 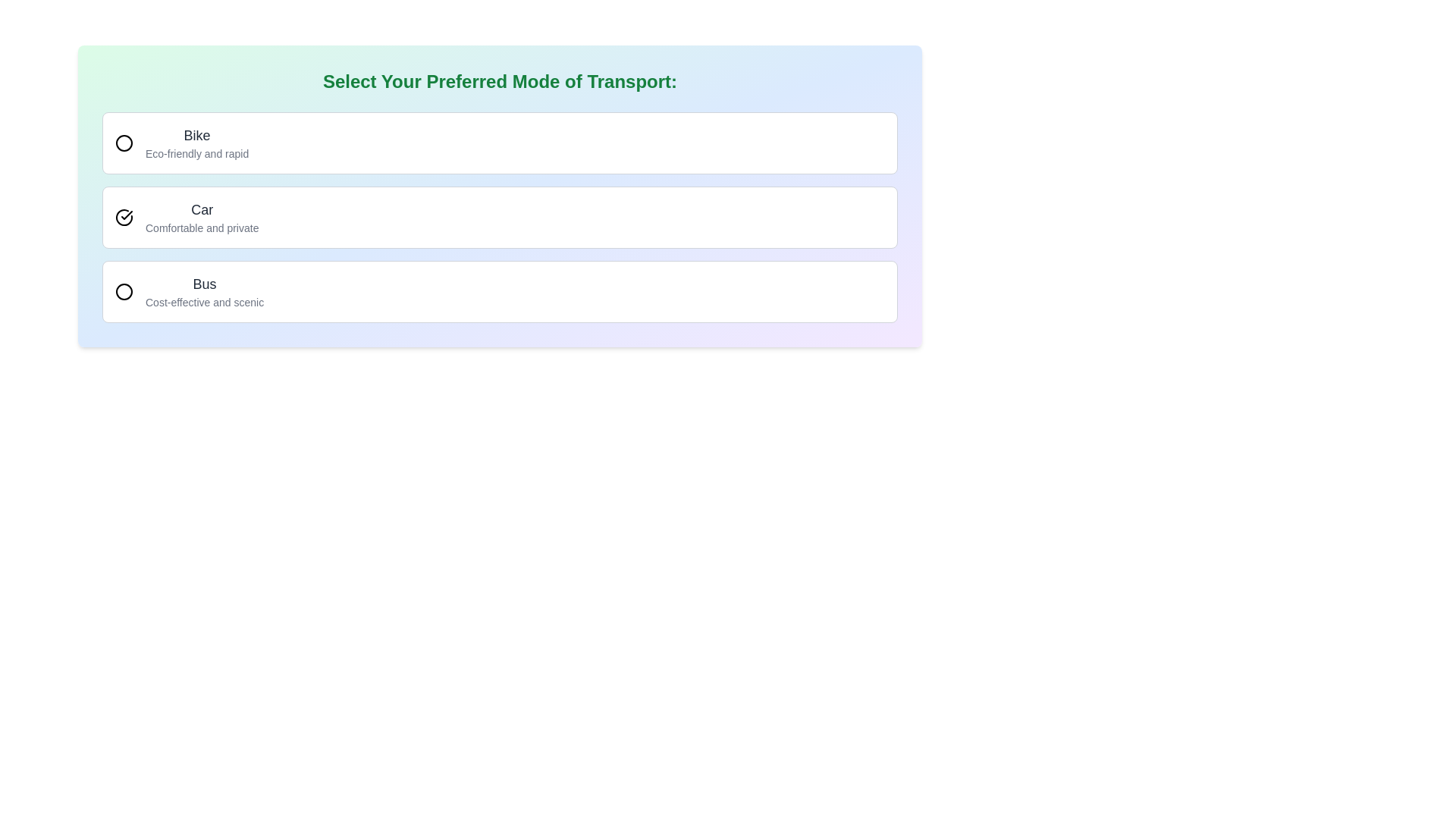 I want to click on the static text label displaying 'Eco-friendly and rapid' located underneath the 'Bike' heading in the transport modes list, so click(x=196, y=154).